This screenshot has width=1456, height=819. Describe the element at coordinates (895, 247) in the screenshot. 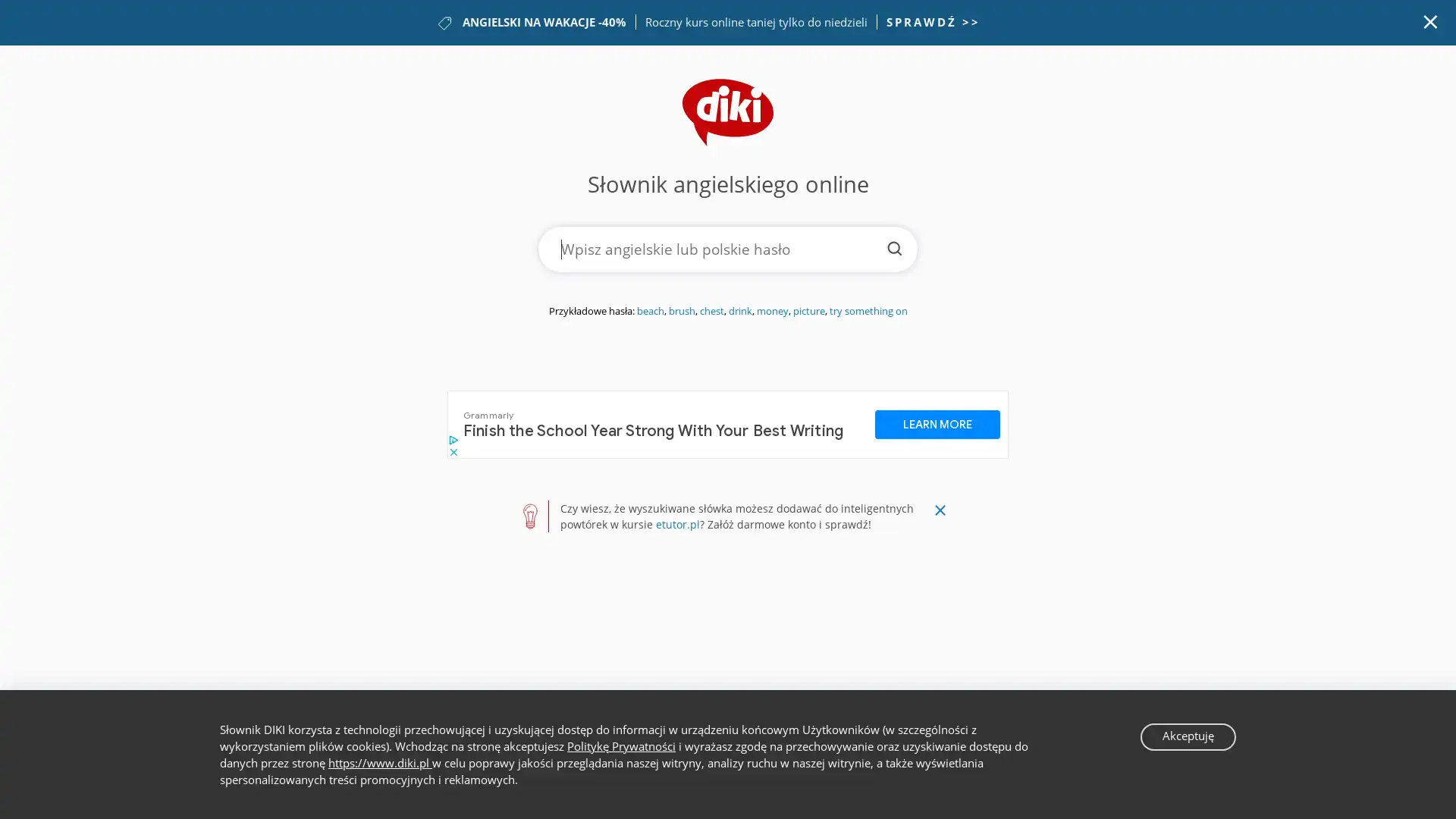

I see `Szukaj` at that location.